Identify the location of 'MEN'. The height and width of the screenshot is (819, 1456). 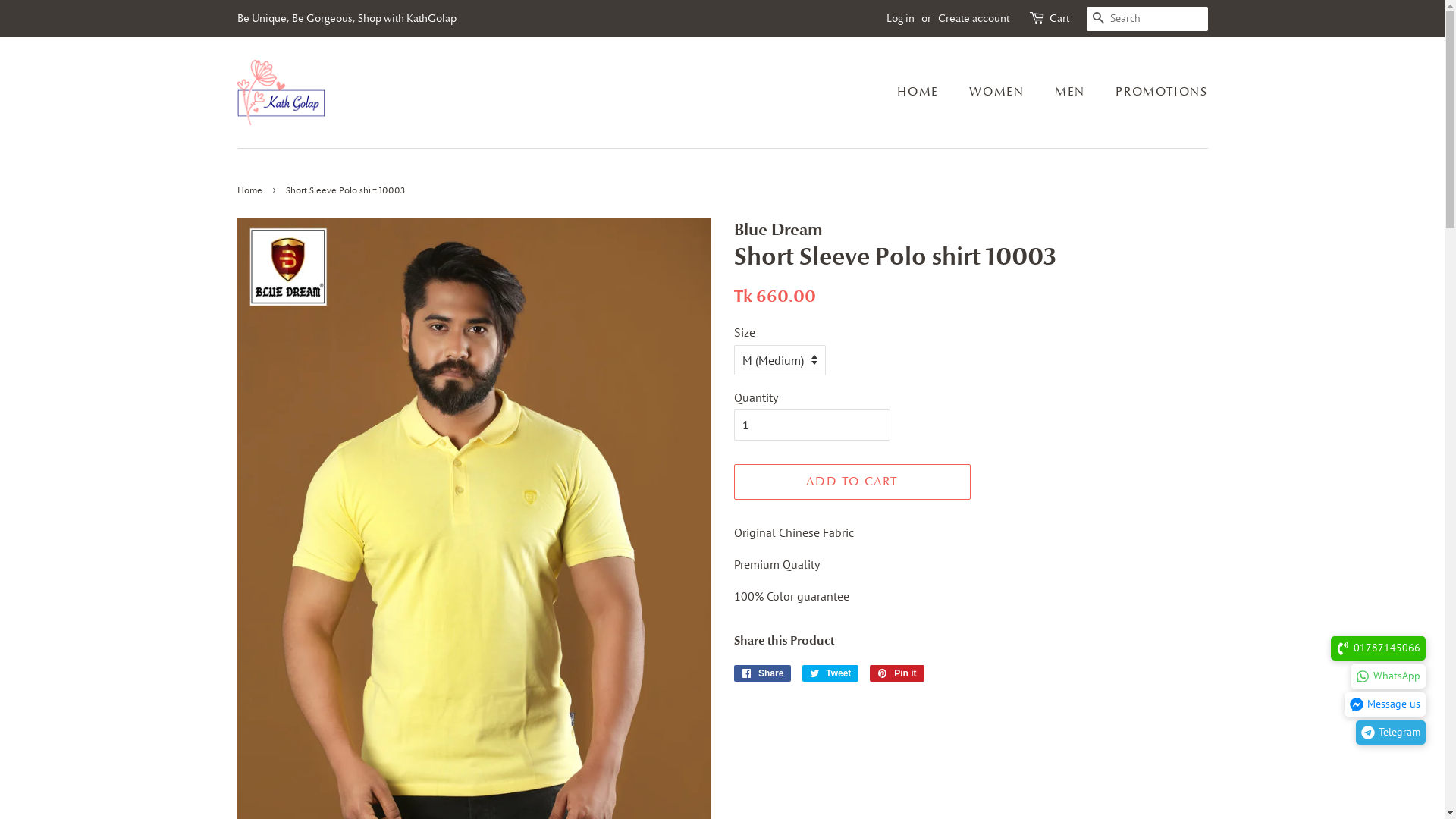
(1071, 92).